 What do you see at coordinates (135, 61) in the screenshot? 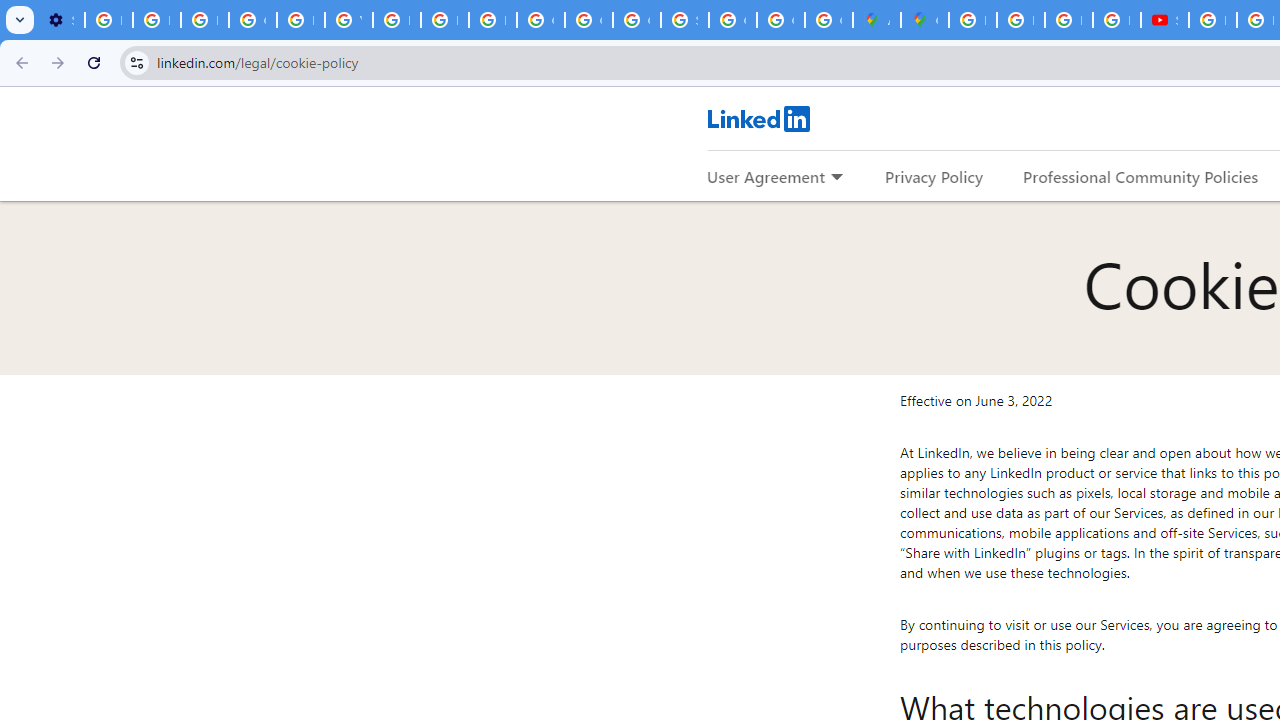
I see `'View site information'` at bounding box center [135, 61].